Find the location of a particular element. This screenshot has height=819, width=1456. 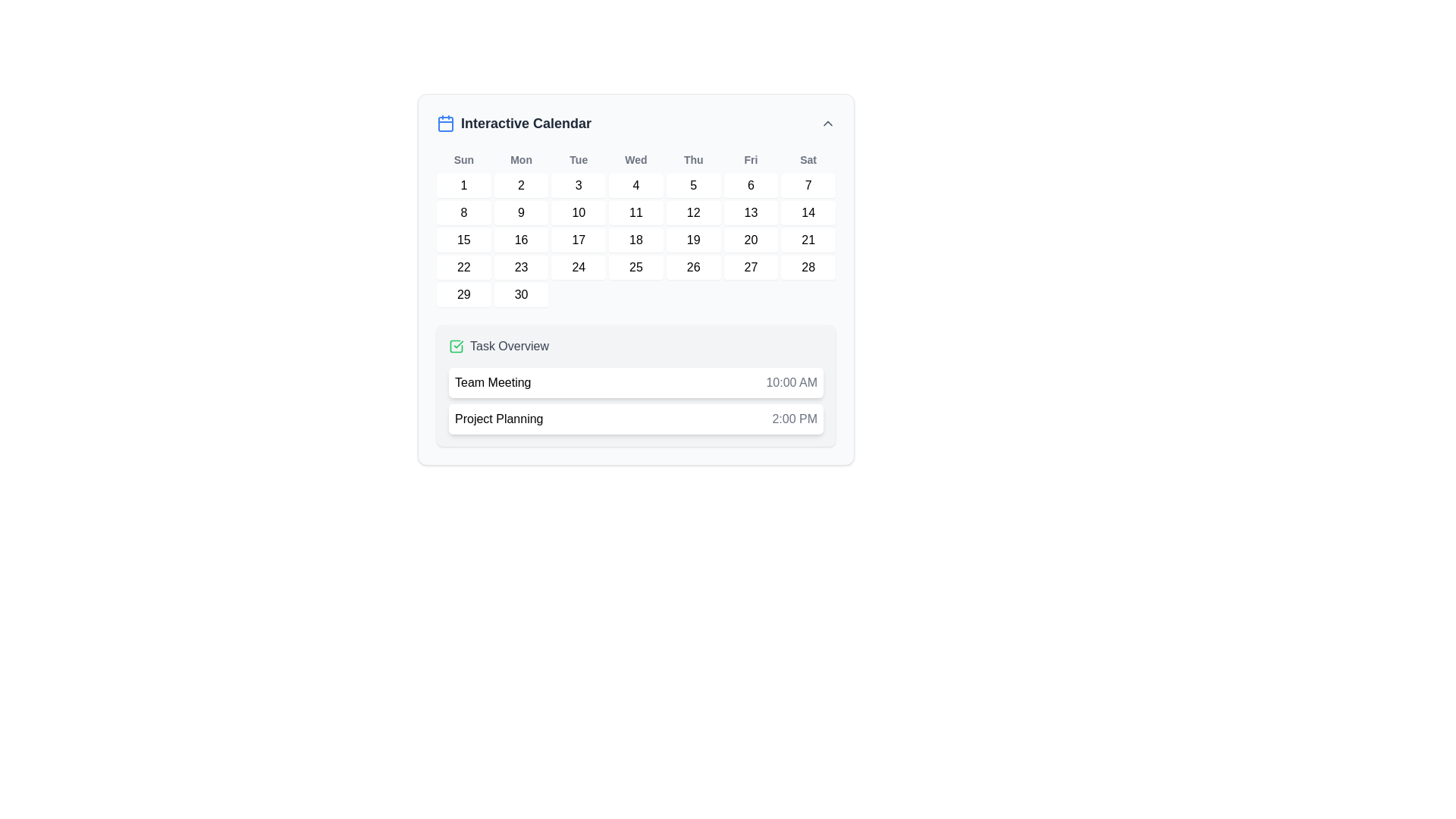

text label displaying the title of a scheduled event, which is positioned to the left of the '10:00 AM' time element in the task overview section is located at coordinates (493, 382).